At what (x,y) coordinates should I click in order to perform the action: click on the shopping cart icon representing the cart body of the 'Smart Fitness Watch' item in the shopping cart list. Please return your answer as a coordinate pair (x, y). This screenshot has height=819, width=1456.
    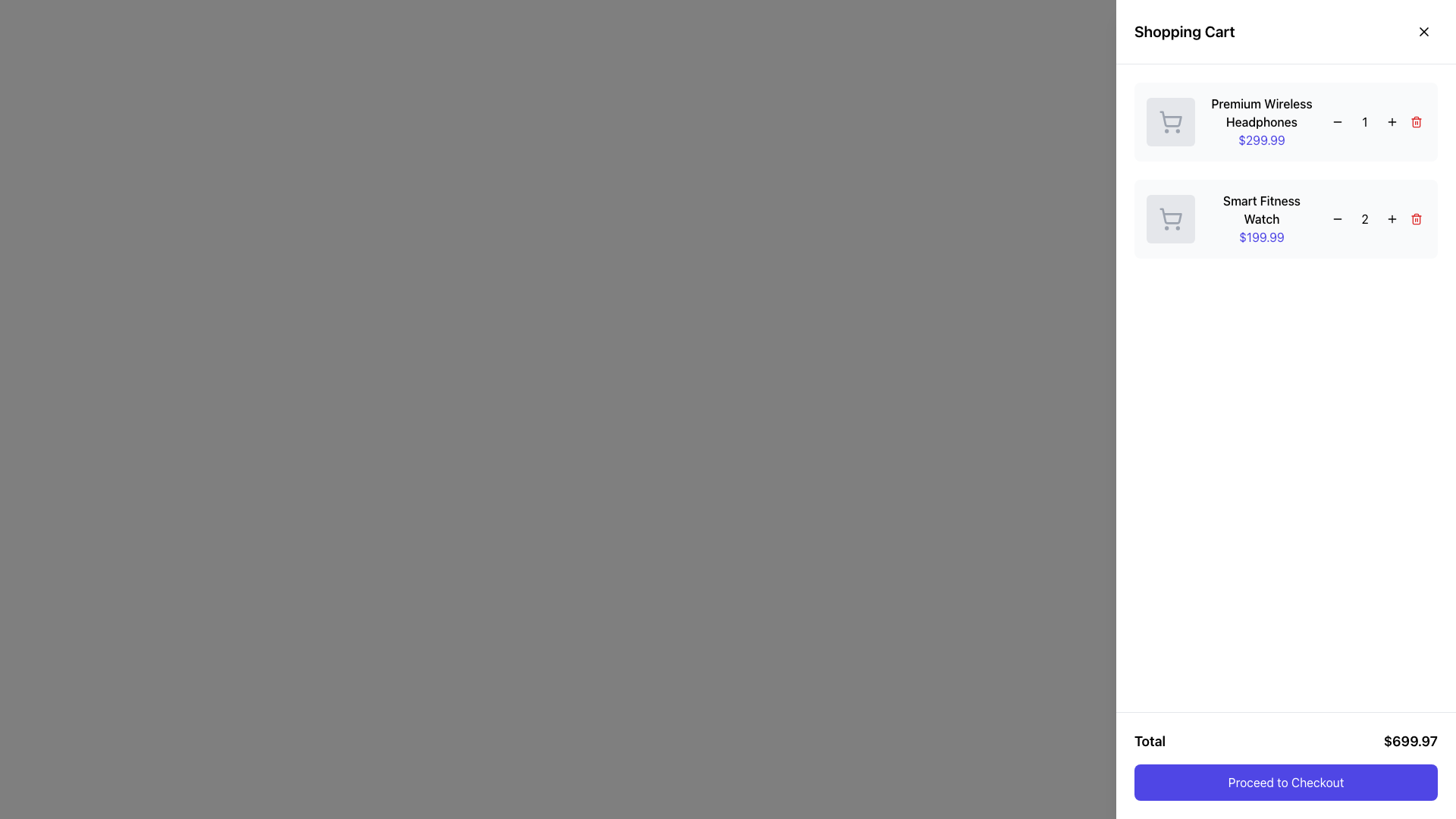
    Looking at the image, I should click on (1170, 216).